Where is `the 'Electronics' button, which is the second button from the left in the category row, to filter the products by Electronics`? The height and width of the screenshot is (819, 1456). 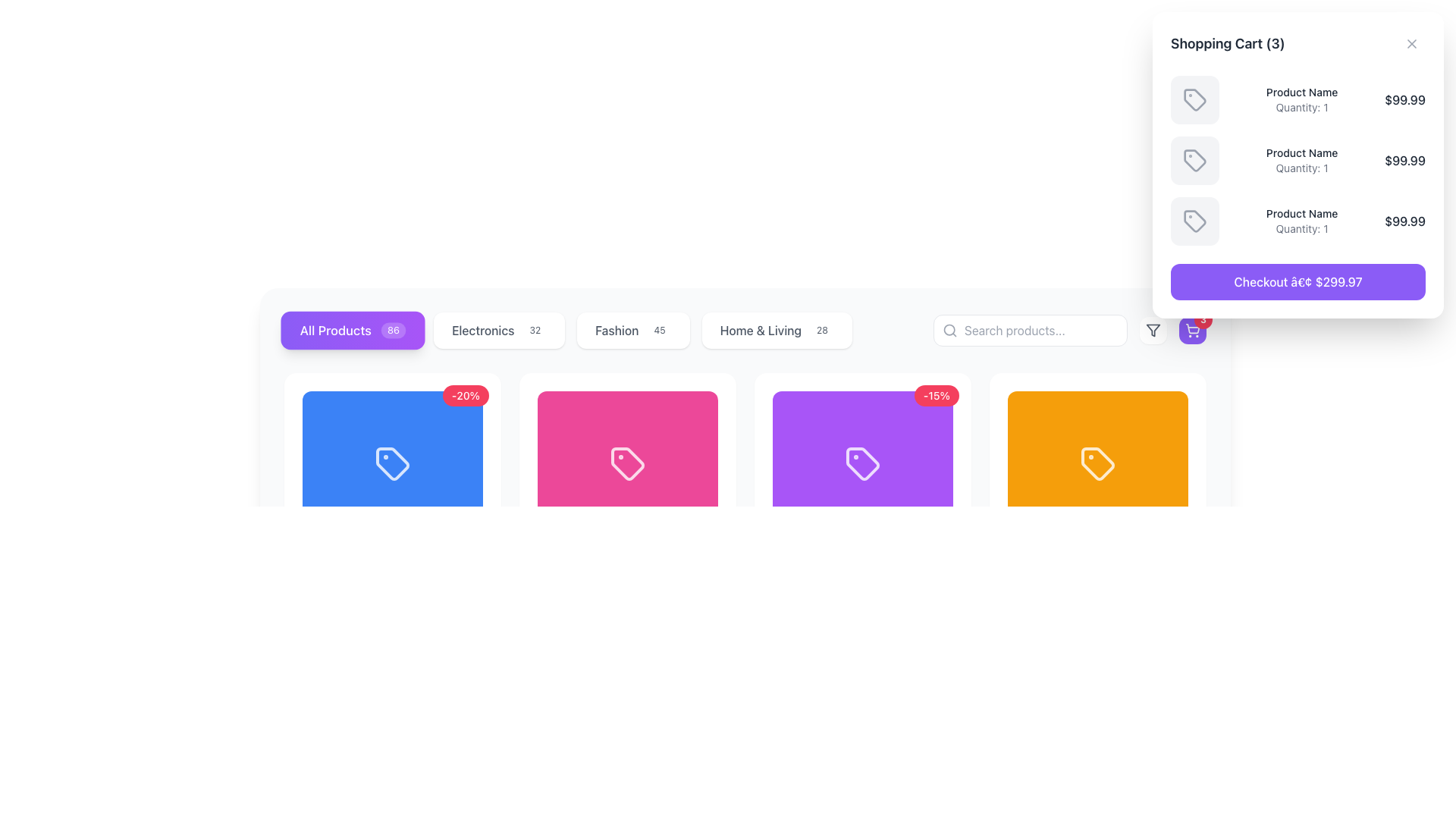 the 'Electronics' button, which is the second button from the left in the category row, to filter the products by Electronics is located at coordinates (499, 329).